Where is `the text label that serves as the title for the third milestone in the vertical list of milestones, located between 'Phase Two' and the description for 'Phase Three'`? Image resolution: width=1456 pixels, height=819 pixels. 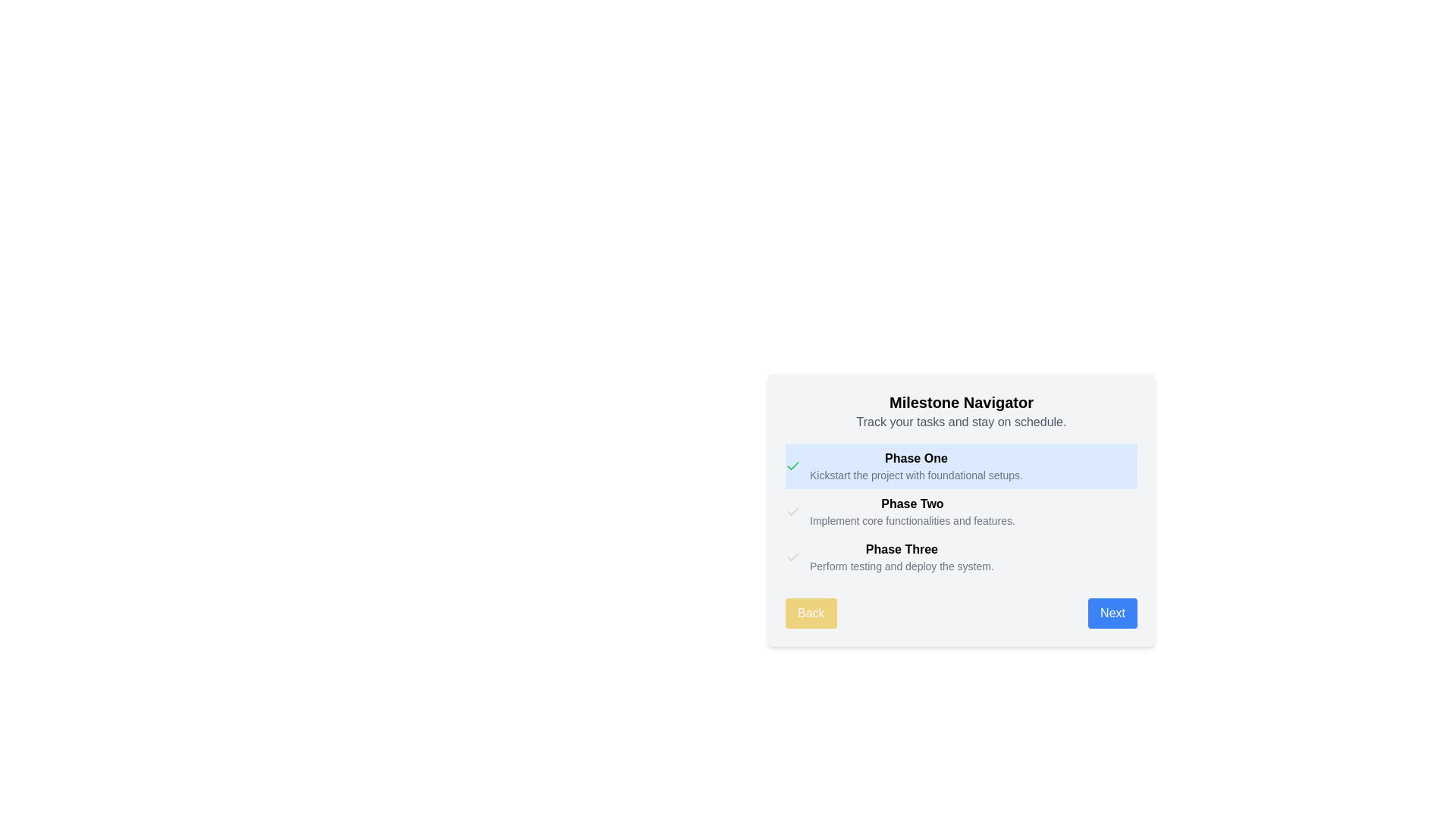 the text label that serves as the title for the third milestone in the vertical list of milestones, located between 'Phase Two' and the description for 'Phase Three' is located at coordinates (902, 550).